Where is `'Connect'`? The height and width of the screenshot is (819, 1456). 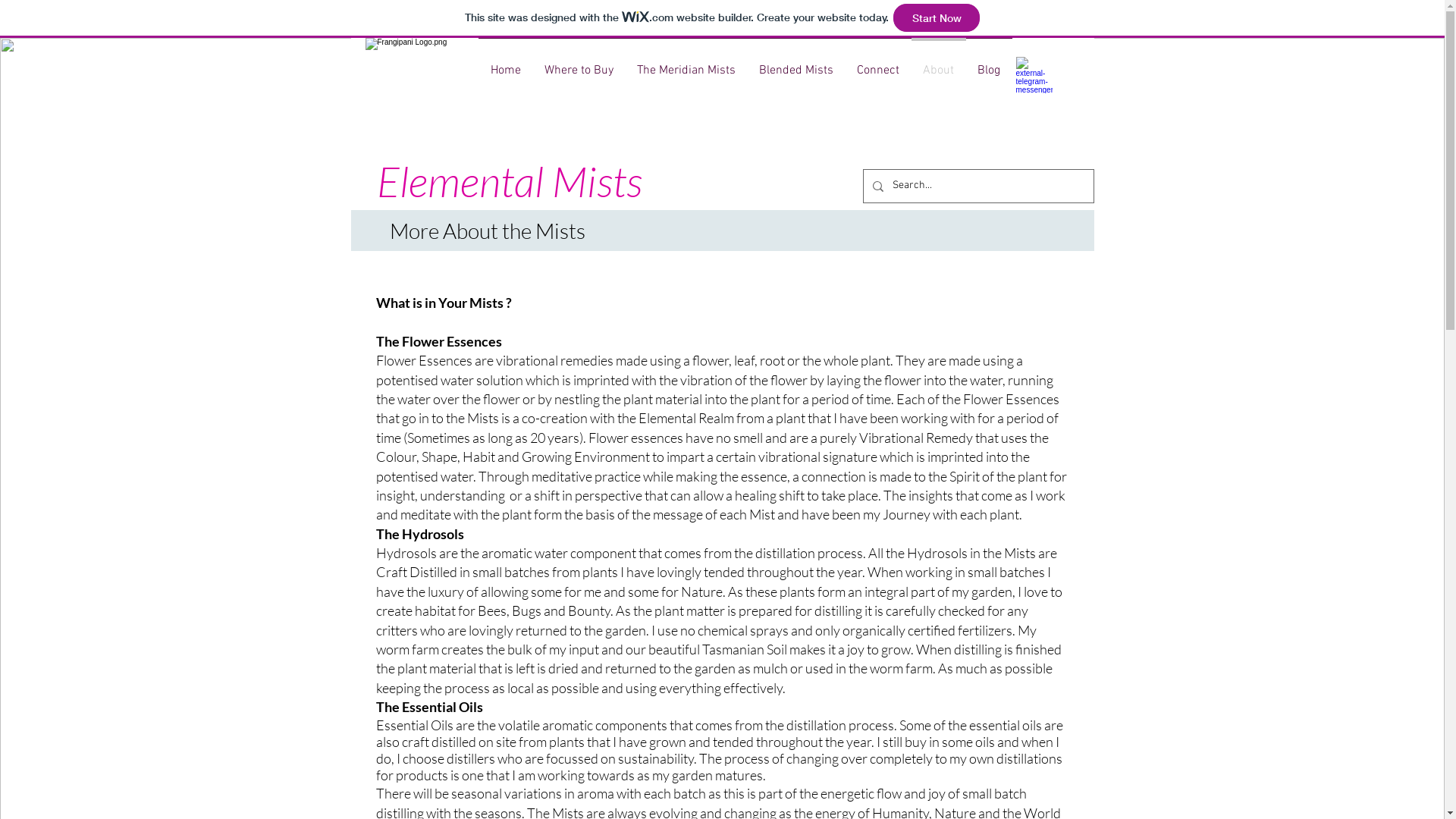 'Connect' is located at coordinates (877, 63).